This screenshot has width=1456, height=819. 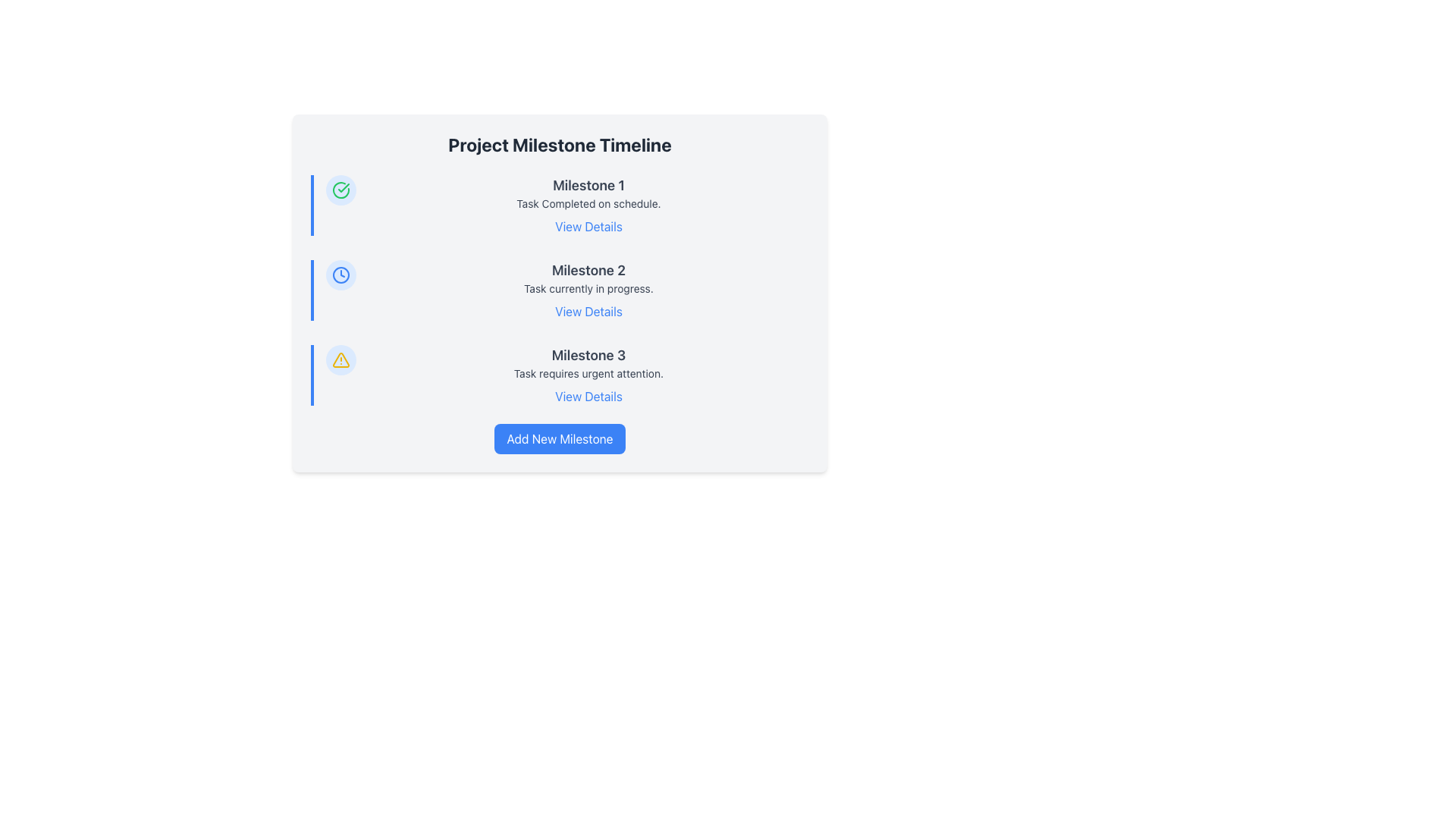 I want to click on the 'View Details' text link for 'Milestone 3', so click(x=588, y=396).